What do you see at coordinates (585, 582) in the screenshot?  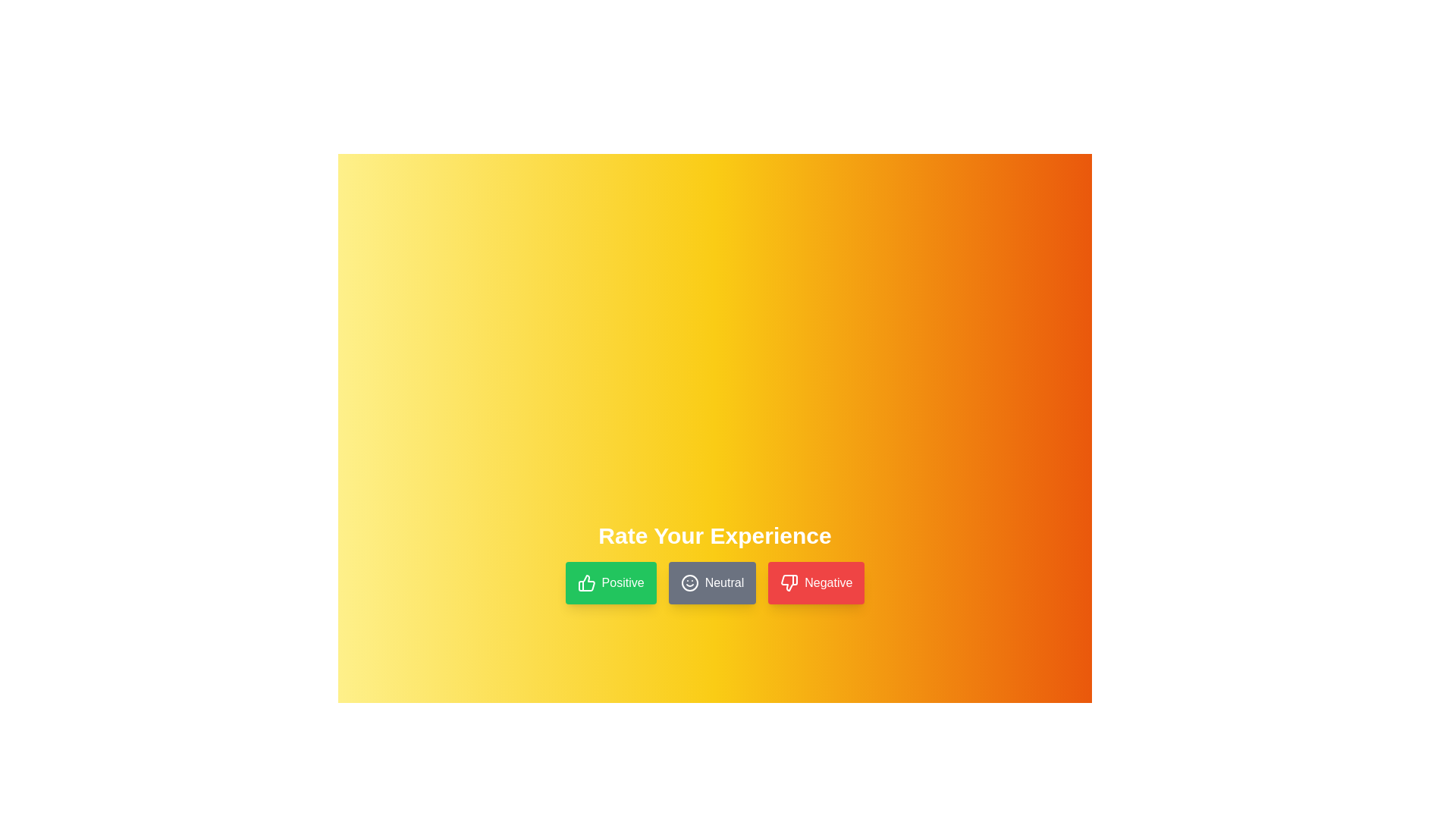 I see `the 'Positive' icon located within the green button labeled 'Positive', which is the first button in a horizontal set of three buttons below the 'Rate Your Experience' text` at bounding box center [585, 582].